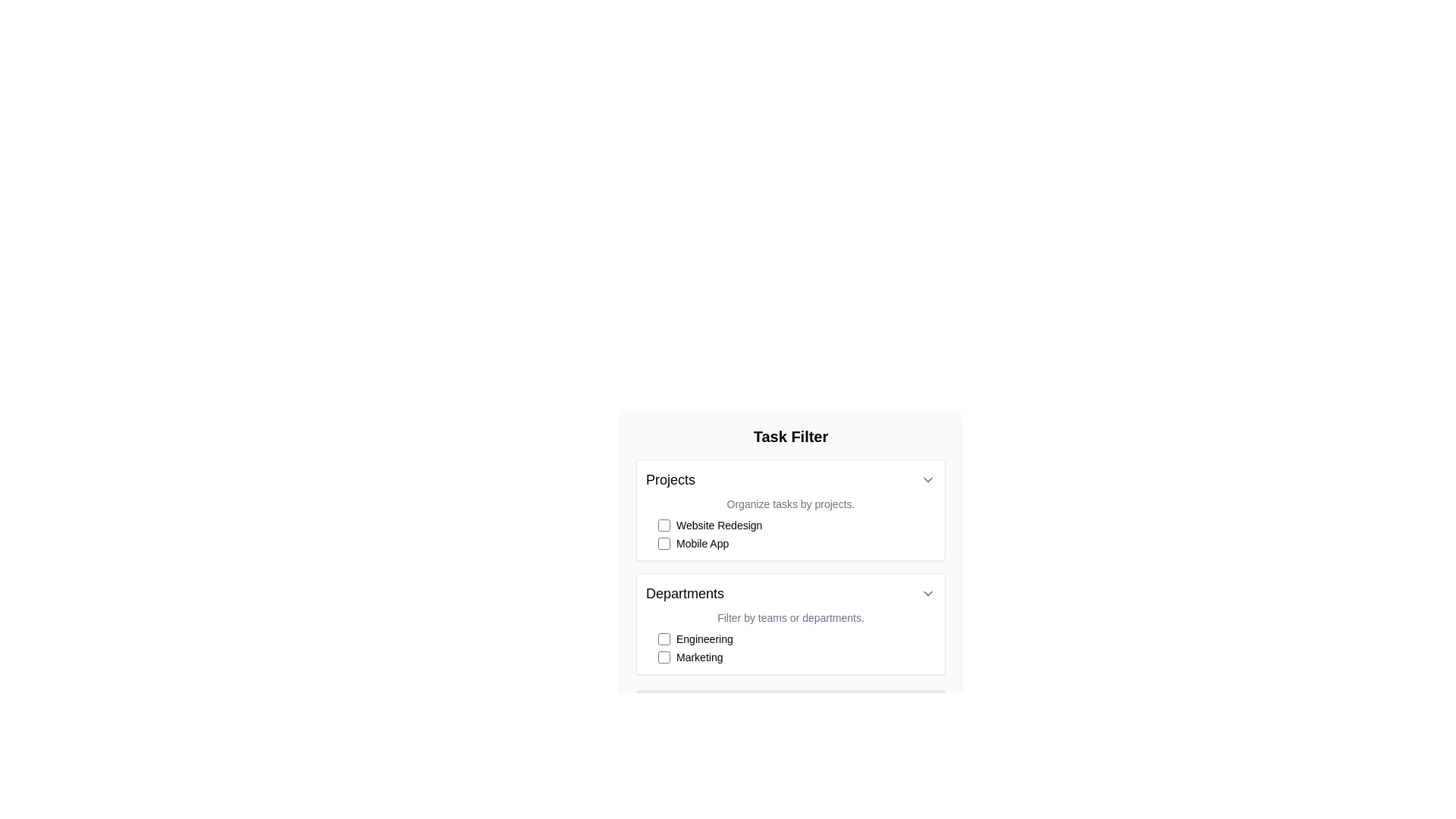  Describe the element at coordinates (664, 657) in the screenshot. I see `the checkbox for filtering tasks associated with the 'Marketing' department located in the 'Departments' section under the 'Task Filter' interface` at that location.